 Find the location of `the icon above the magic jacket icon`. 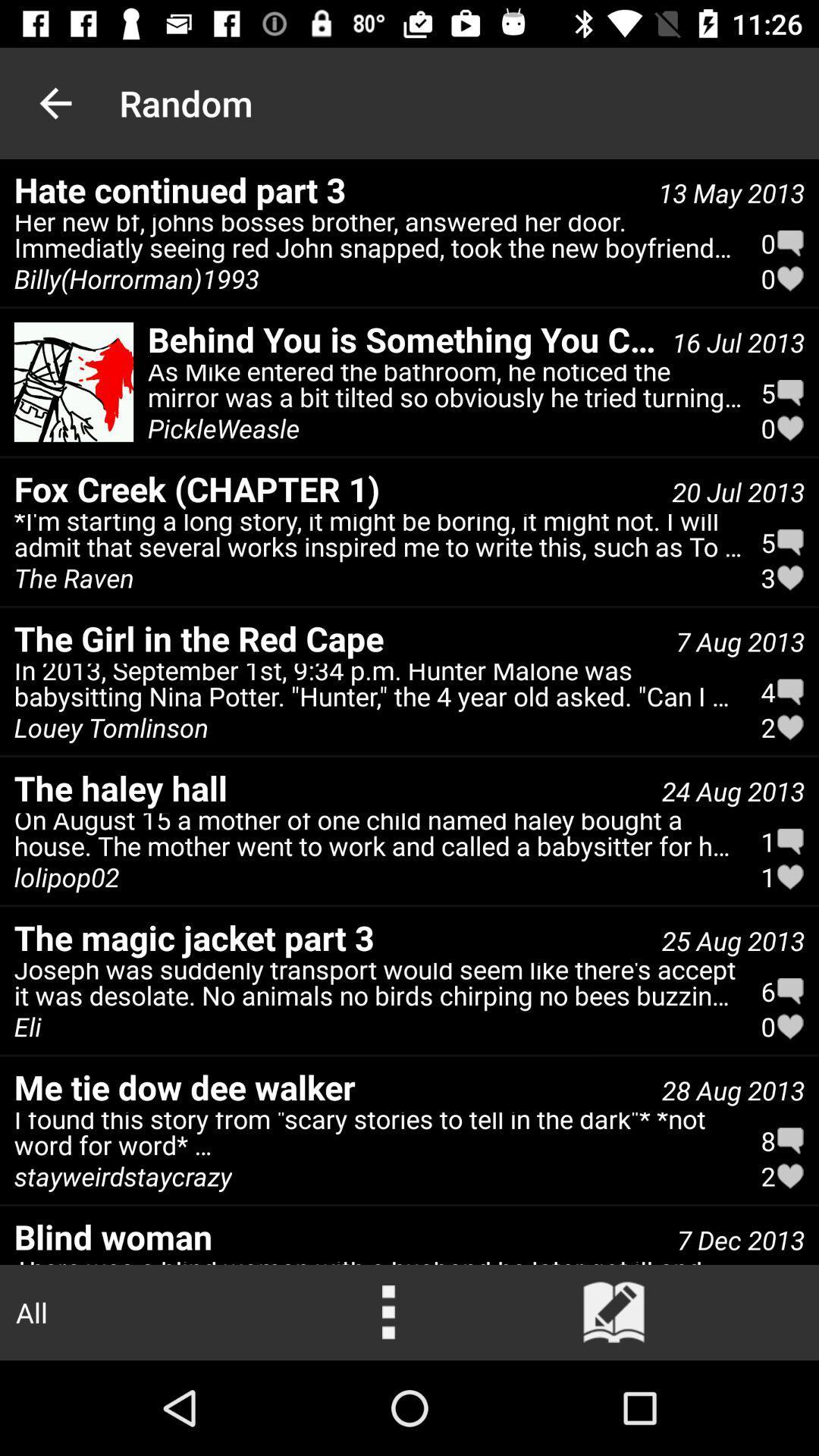

the icon above the magic jacket icon is located at coordinates (378, 838).